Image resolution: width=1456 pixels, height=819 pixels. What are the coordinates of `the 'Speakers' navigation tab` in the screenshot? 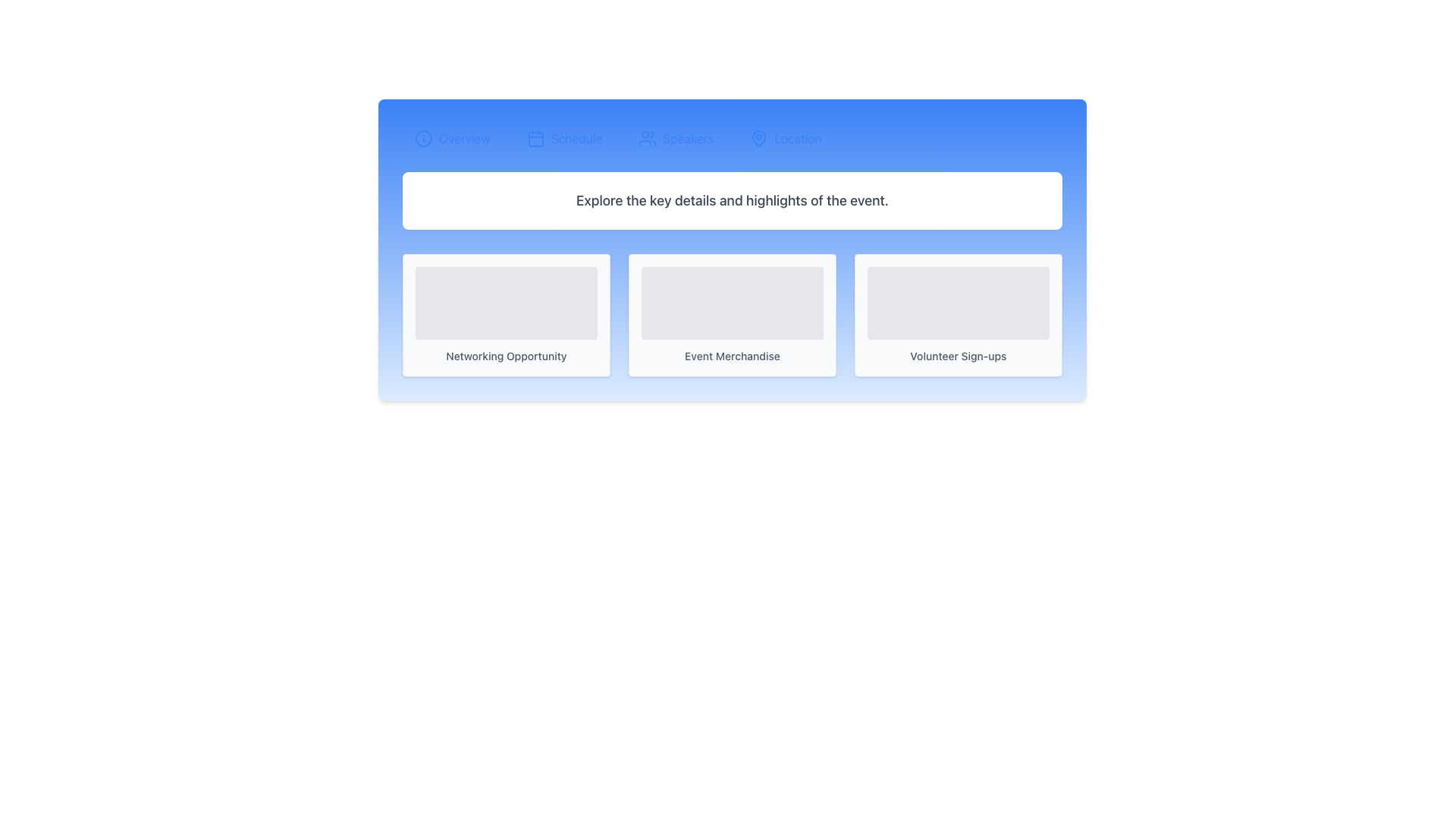 It's located at (675, 138).